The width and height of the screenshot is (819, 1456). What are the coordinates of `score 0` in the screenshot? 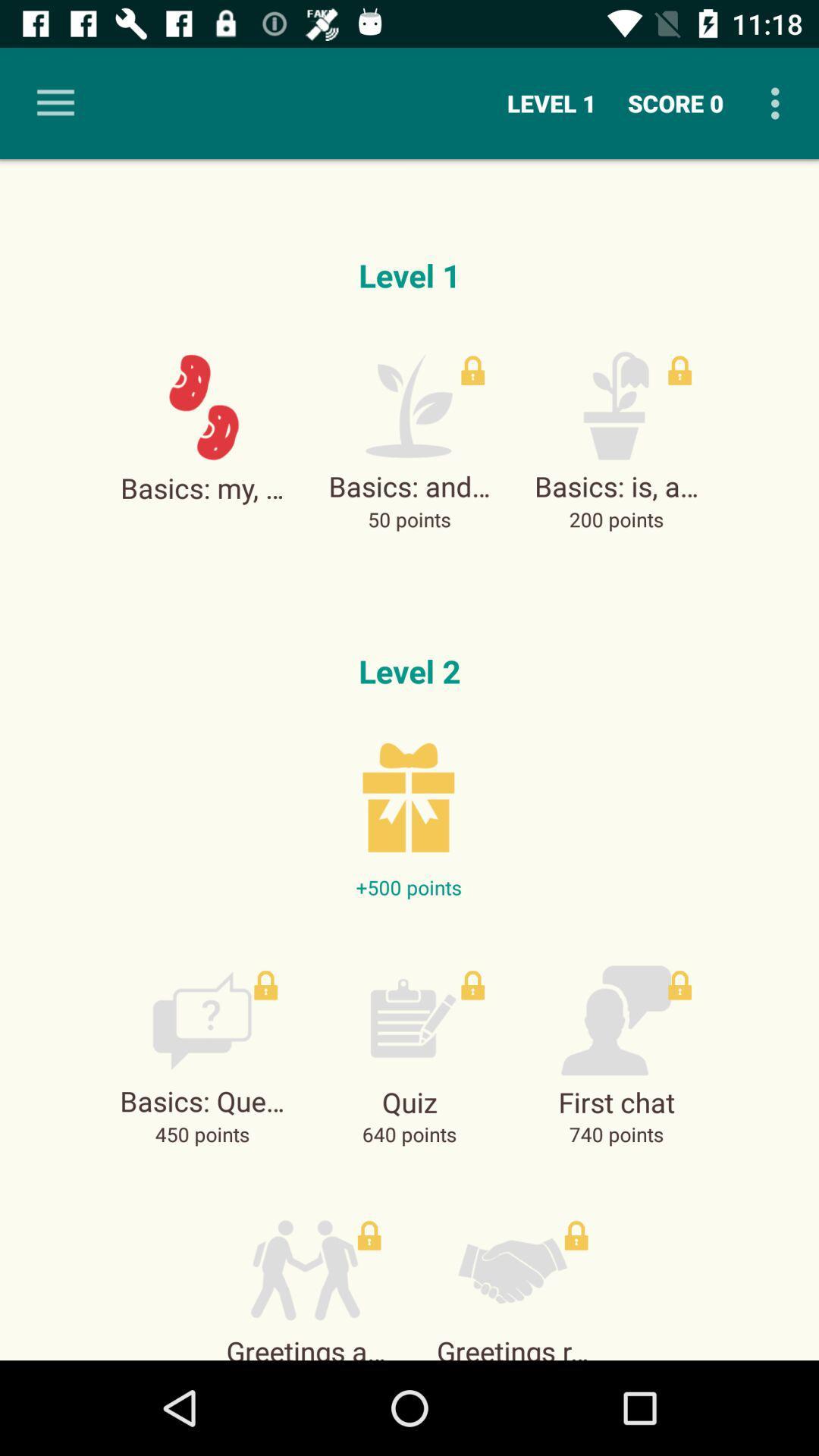 It's located at (675, 103).